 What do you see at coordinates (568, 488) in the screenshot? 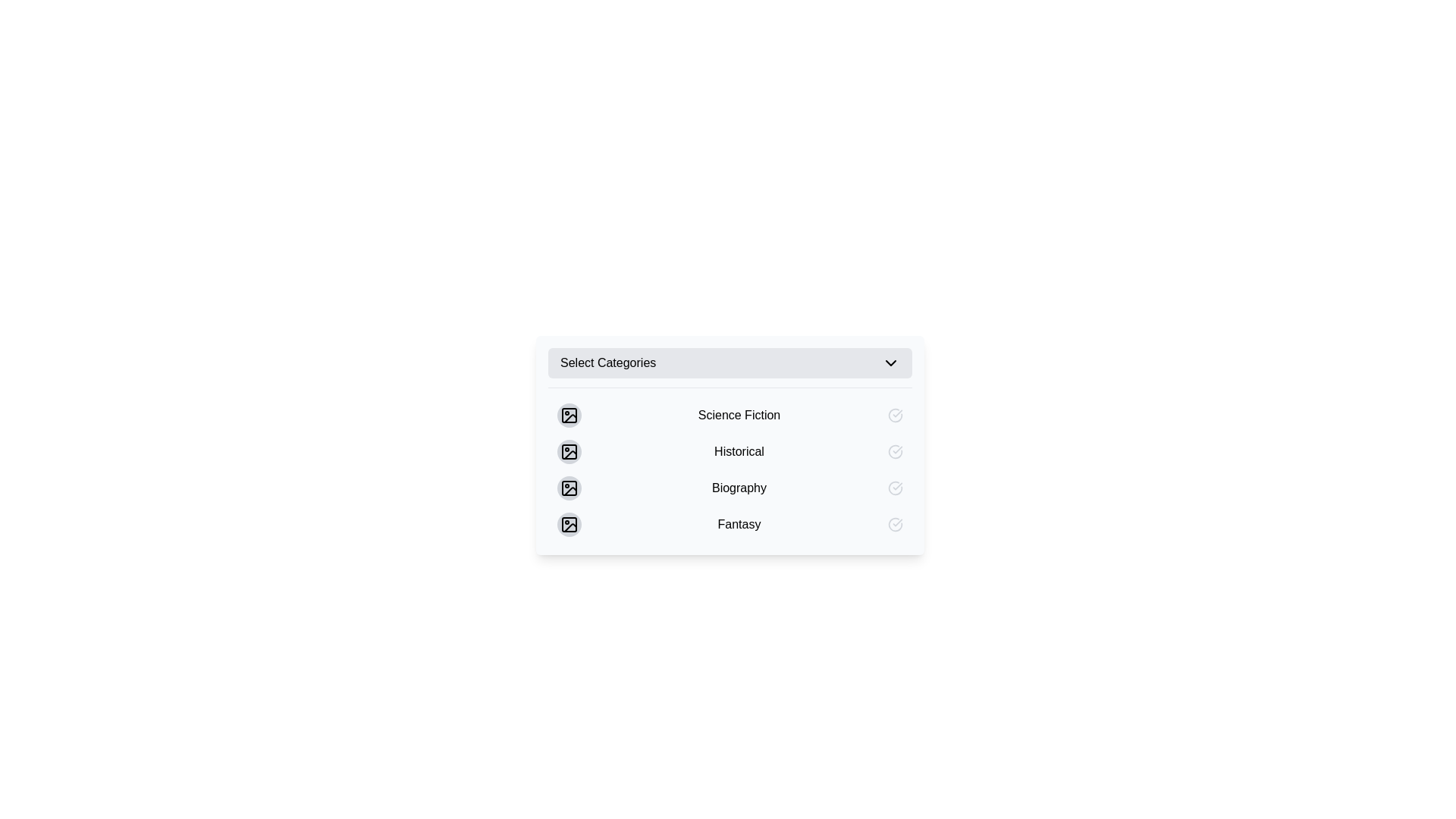
I see `the picture frame icon with a light gray background and black strokes` at bounding box center [568, 488].